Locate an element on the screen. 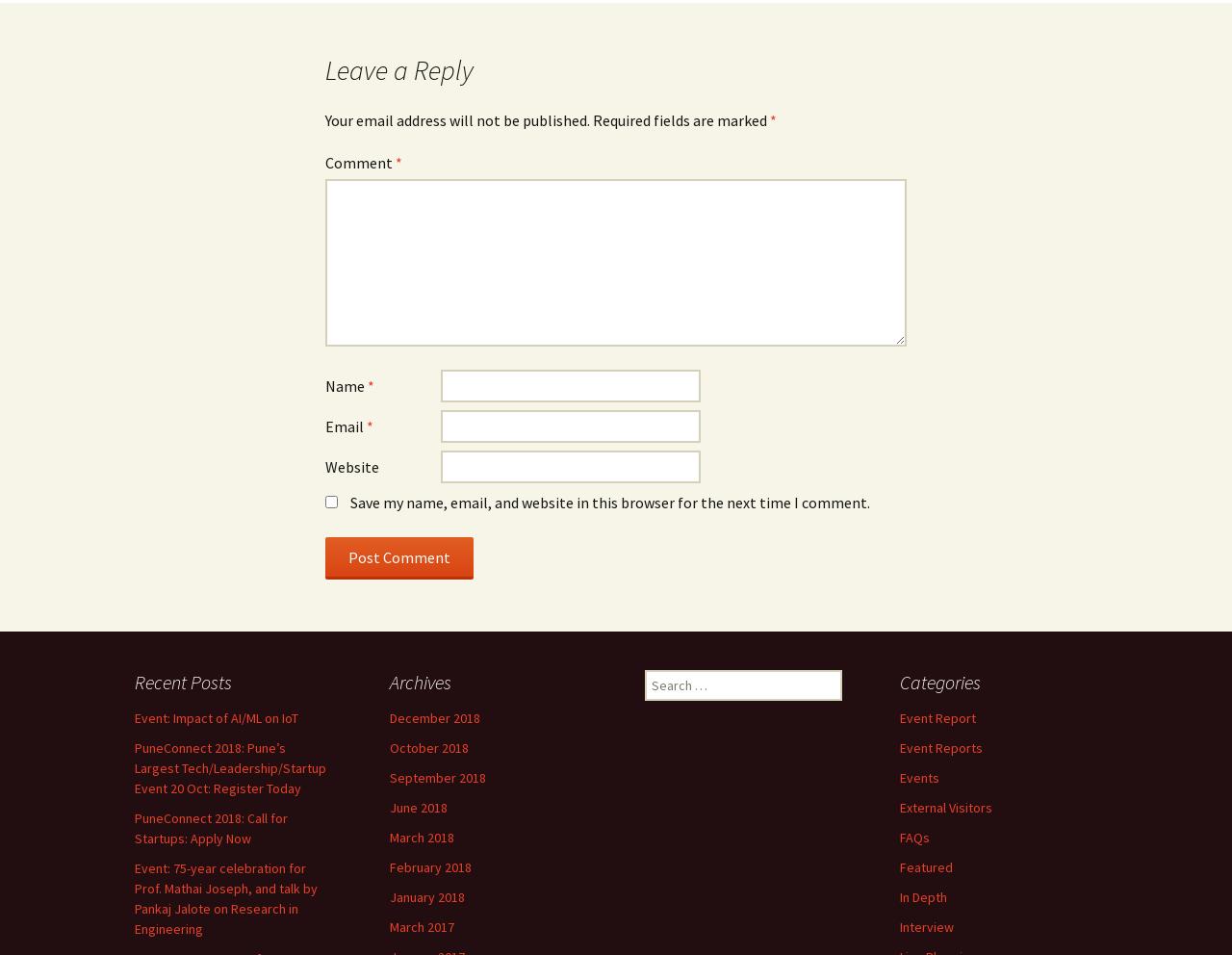  'Event Report' is located at coordinates (937, 716).